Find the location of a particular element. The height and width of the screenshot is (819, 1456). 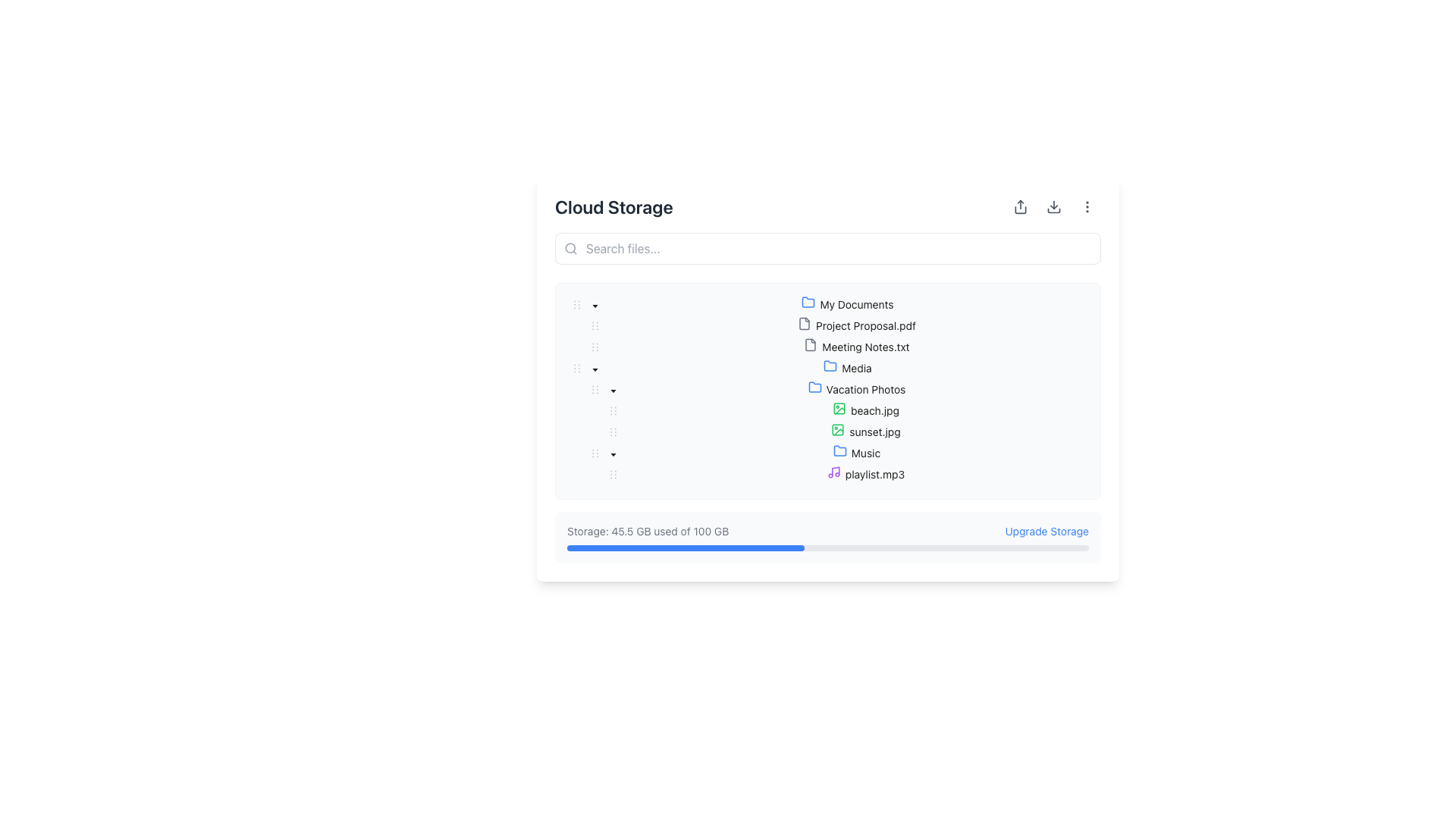

the file item labeled 'beach.jpg' within the 'Vacation Photos' folder is located at coordinates (866, 411).